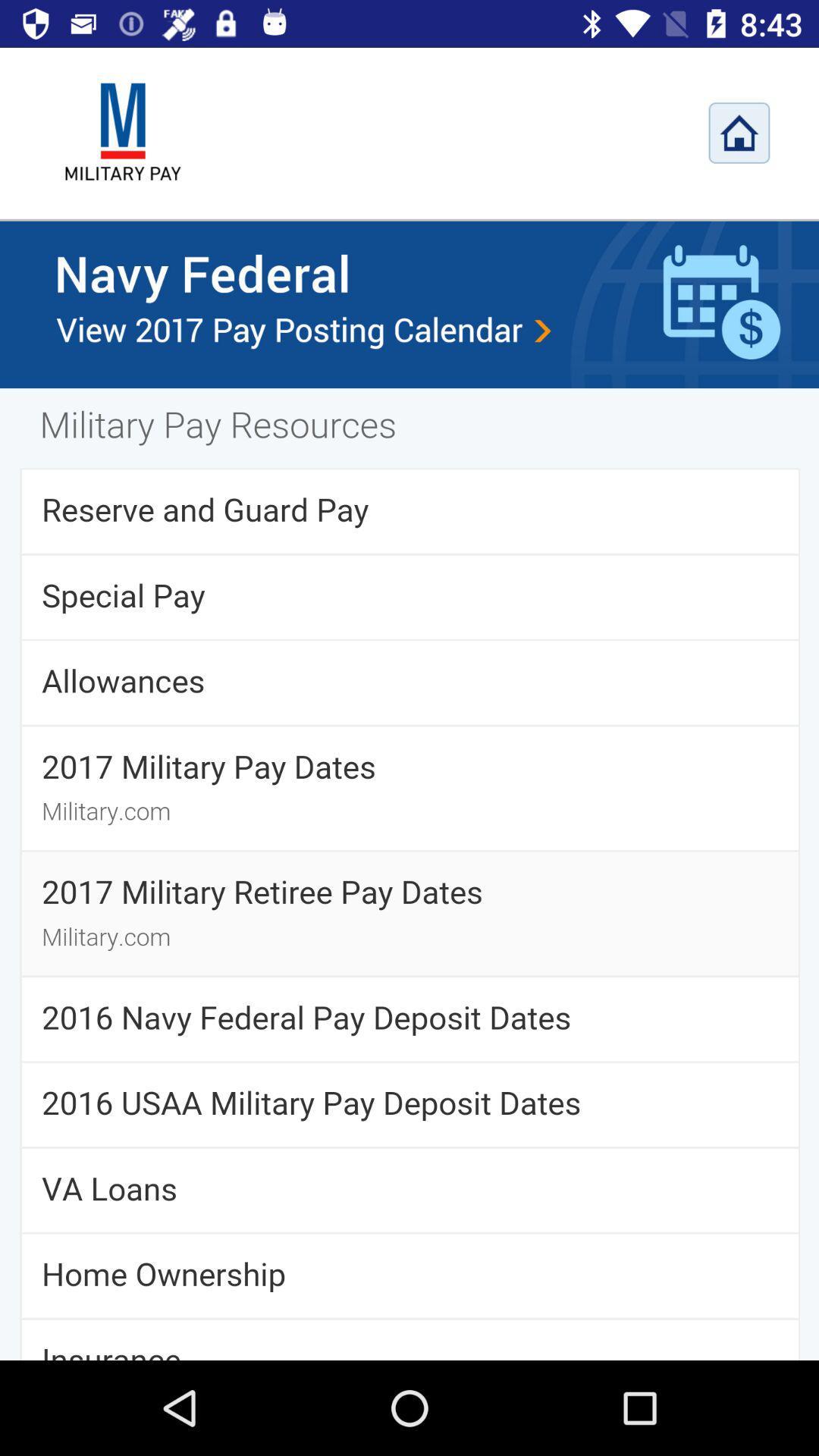 The image size is (819, 1456). I want to click on home page, so click(739, 133).